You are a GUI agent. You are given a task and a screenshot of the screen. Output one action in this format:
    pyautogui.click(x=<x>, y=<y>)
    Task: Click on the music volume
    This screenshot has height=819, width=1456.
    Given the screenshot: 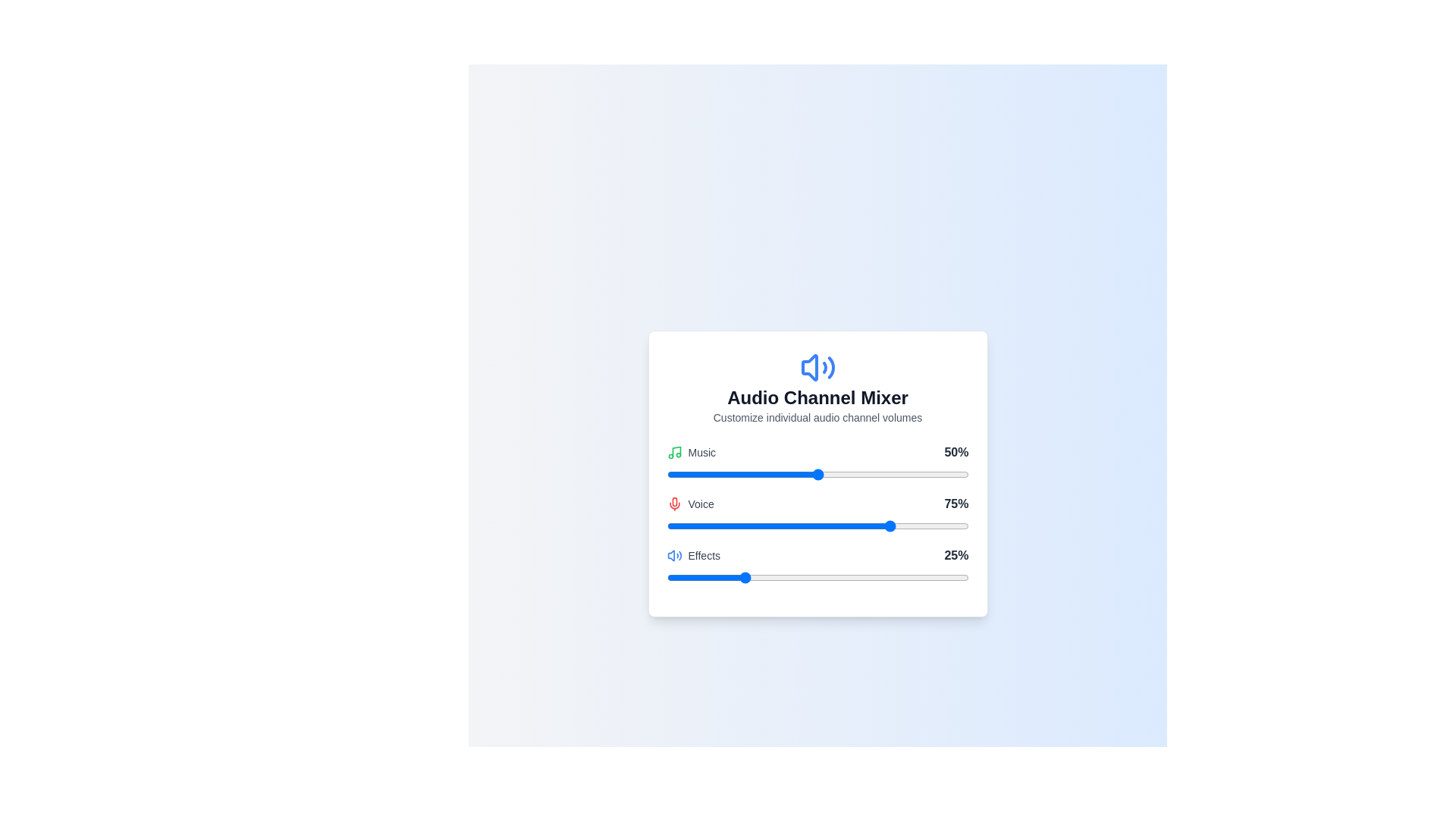 What is the action you would take?
    pyautogui.click(x=916, y=473)
    